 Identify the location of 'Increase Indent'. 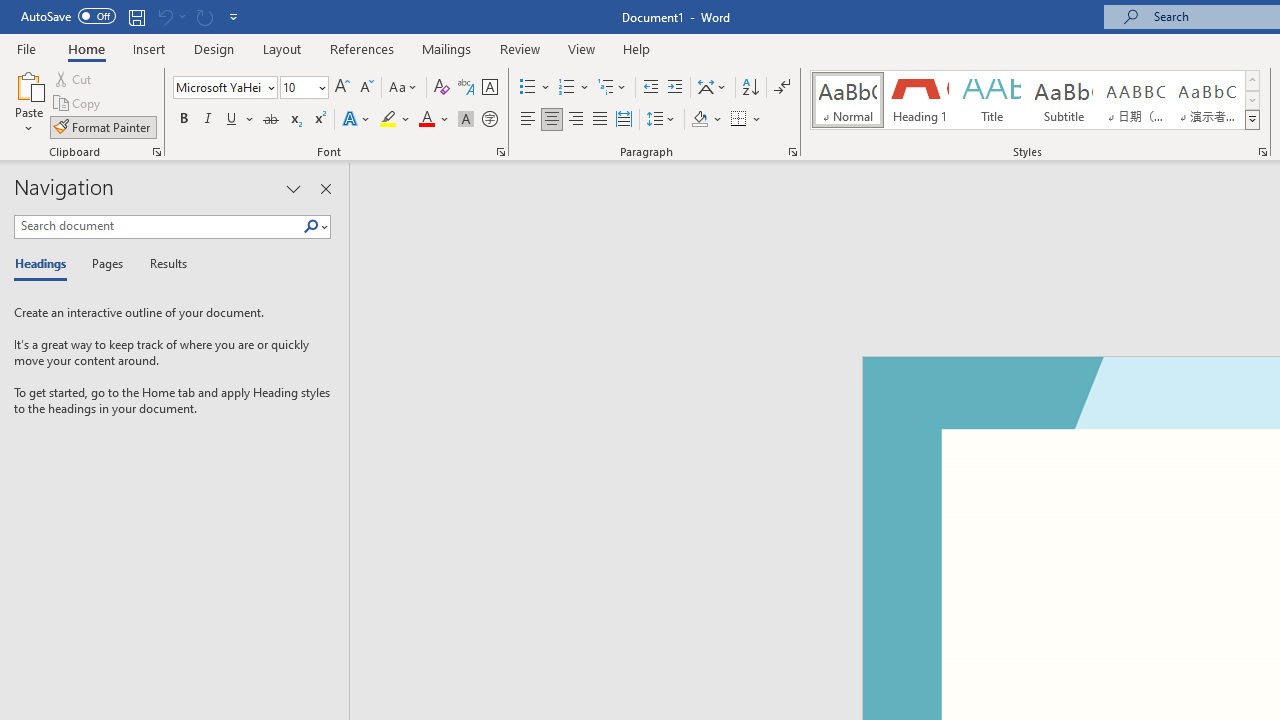
(675, 86).